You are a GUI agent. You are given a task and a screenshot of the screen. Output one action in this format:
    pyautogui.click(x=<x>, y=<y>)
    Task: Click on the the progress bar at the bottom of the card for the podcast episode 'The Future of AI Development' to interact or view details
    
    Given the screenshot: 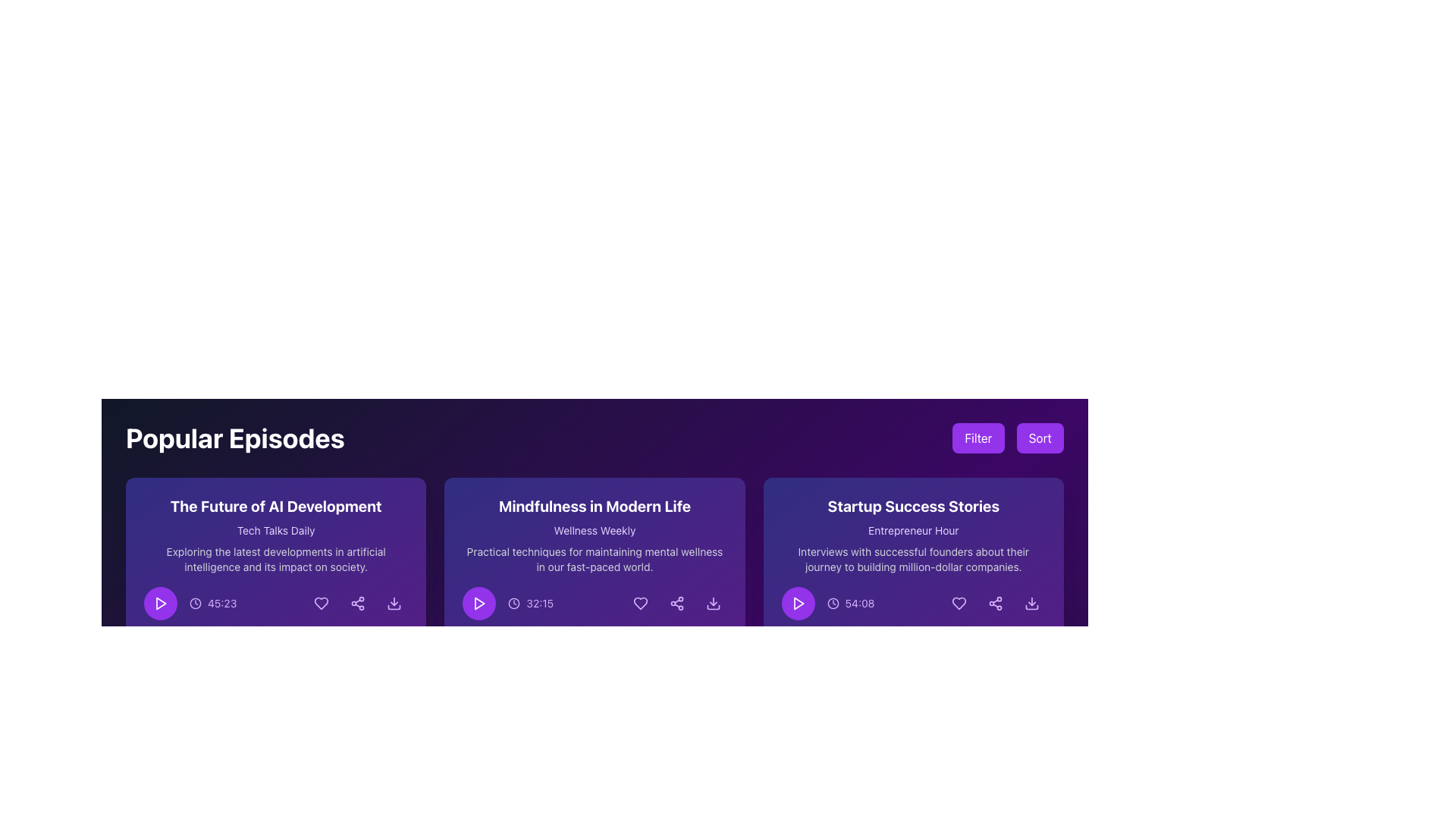 What is the action you would take?
    pyautogui.click(x=276, y=635)
    